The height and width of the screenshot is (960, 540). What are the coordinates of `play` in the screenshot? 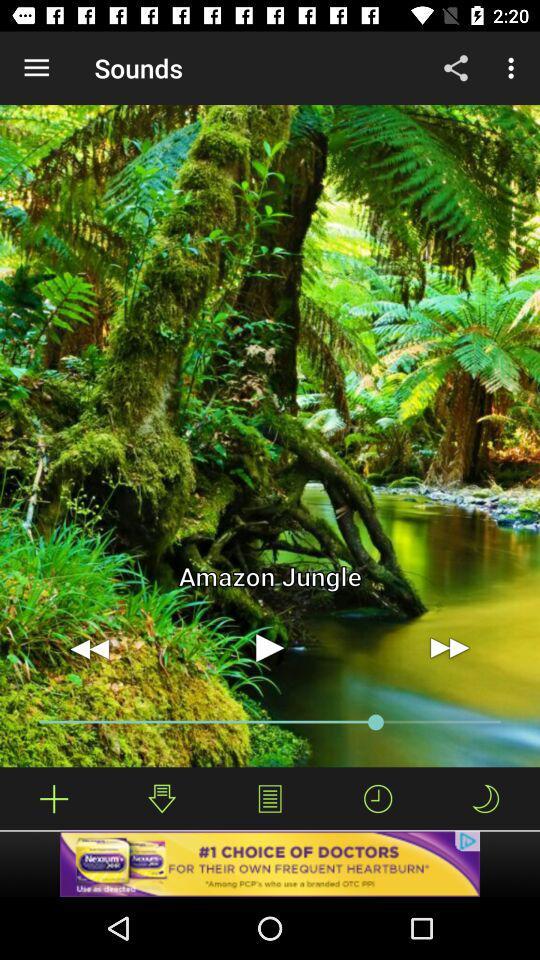 It's located at (270, 647).